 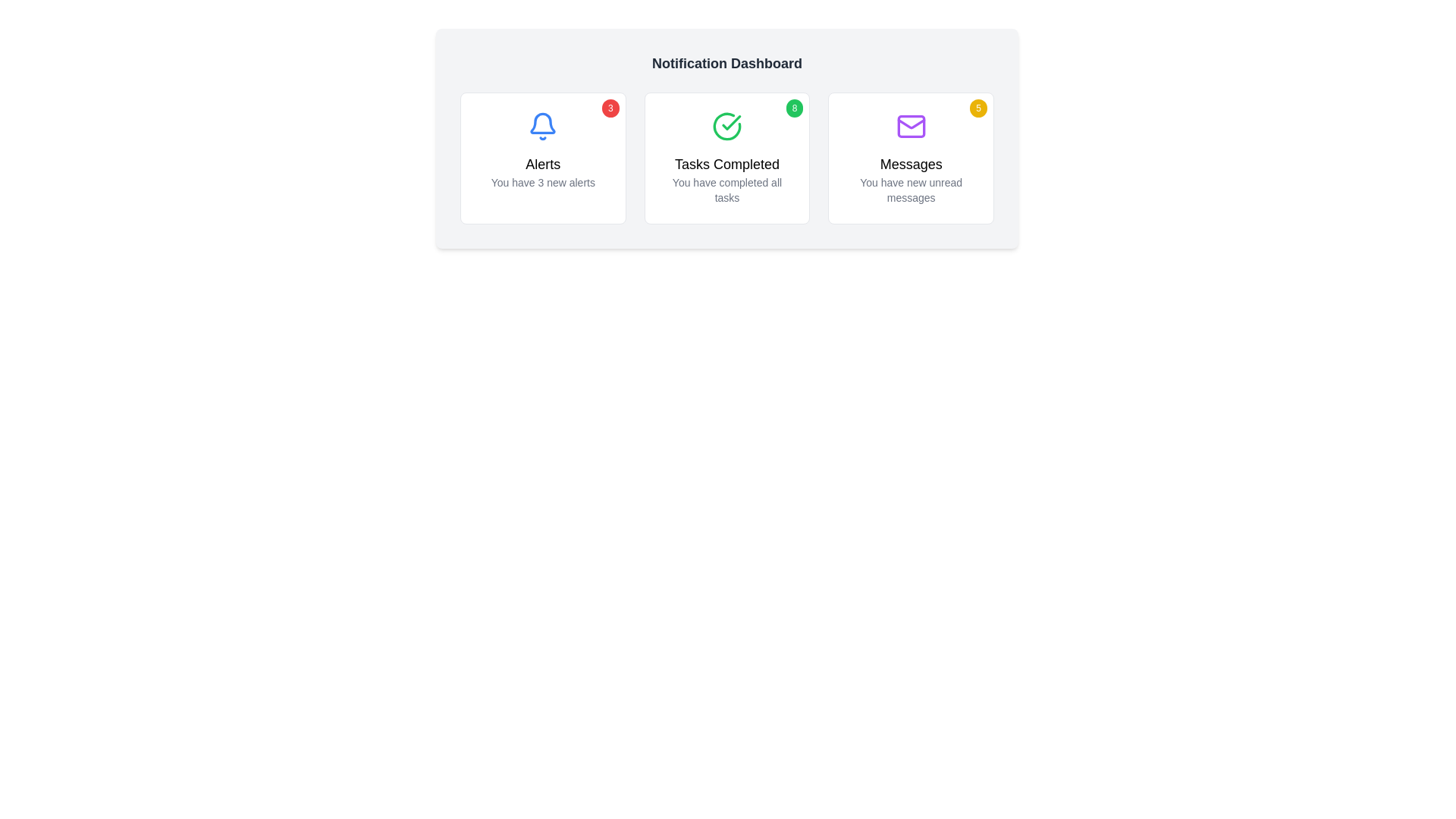 I want to click on text 'Tasks Completed' displayed prominently at the top of the middle card in a three-card layout, so click(x=726, y=164).